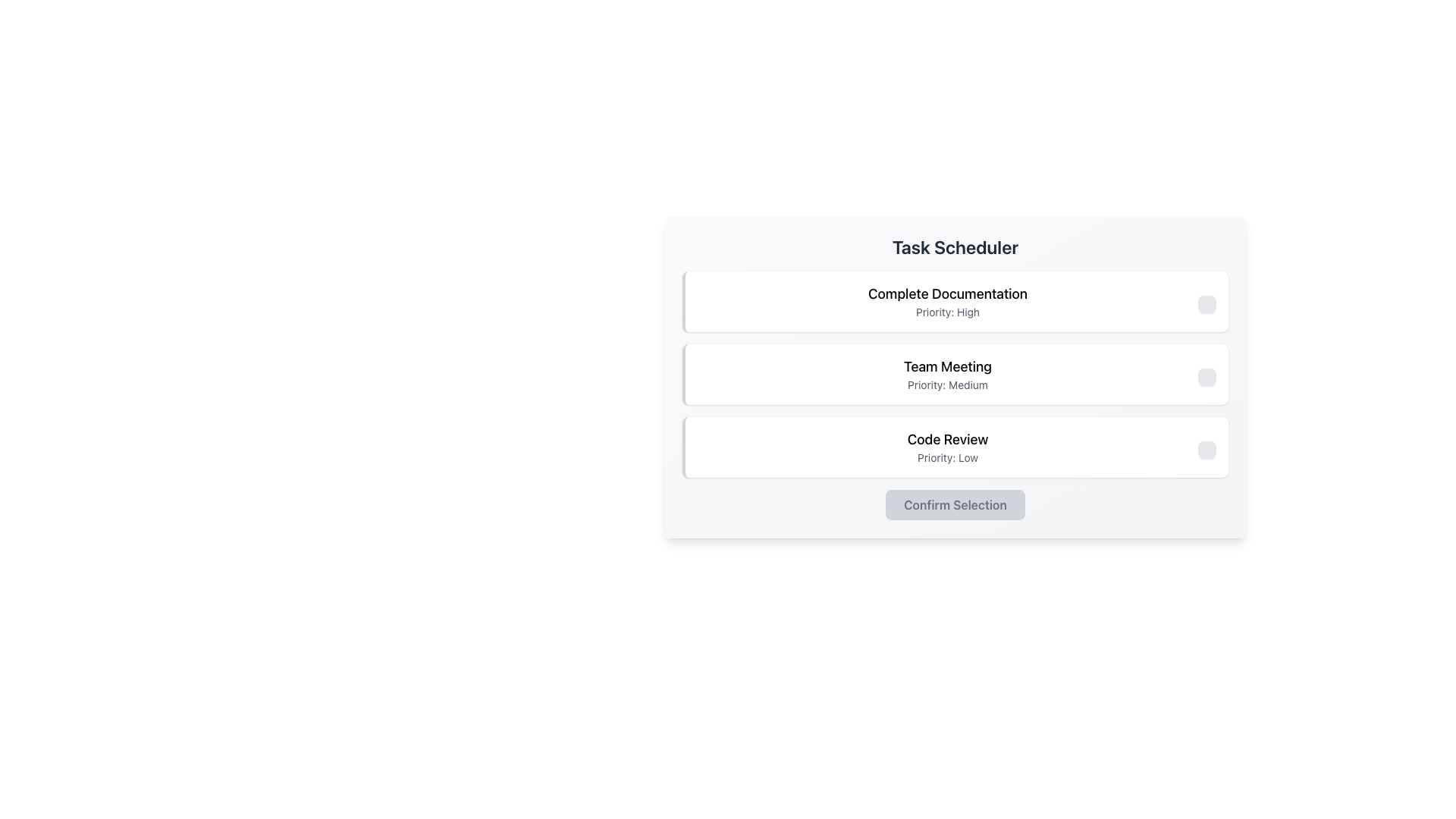  Describe the element at coordinates (1207, 450) in the screenshot. I see `the small, square shaped button with rounded corners, located at the far right of the row containing 'Code Review' and 'Priority: Low'` at that location.